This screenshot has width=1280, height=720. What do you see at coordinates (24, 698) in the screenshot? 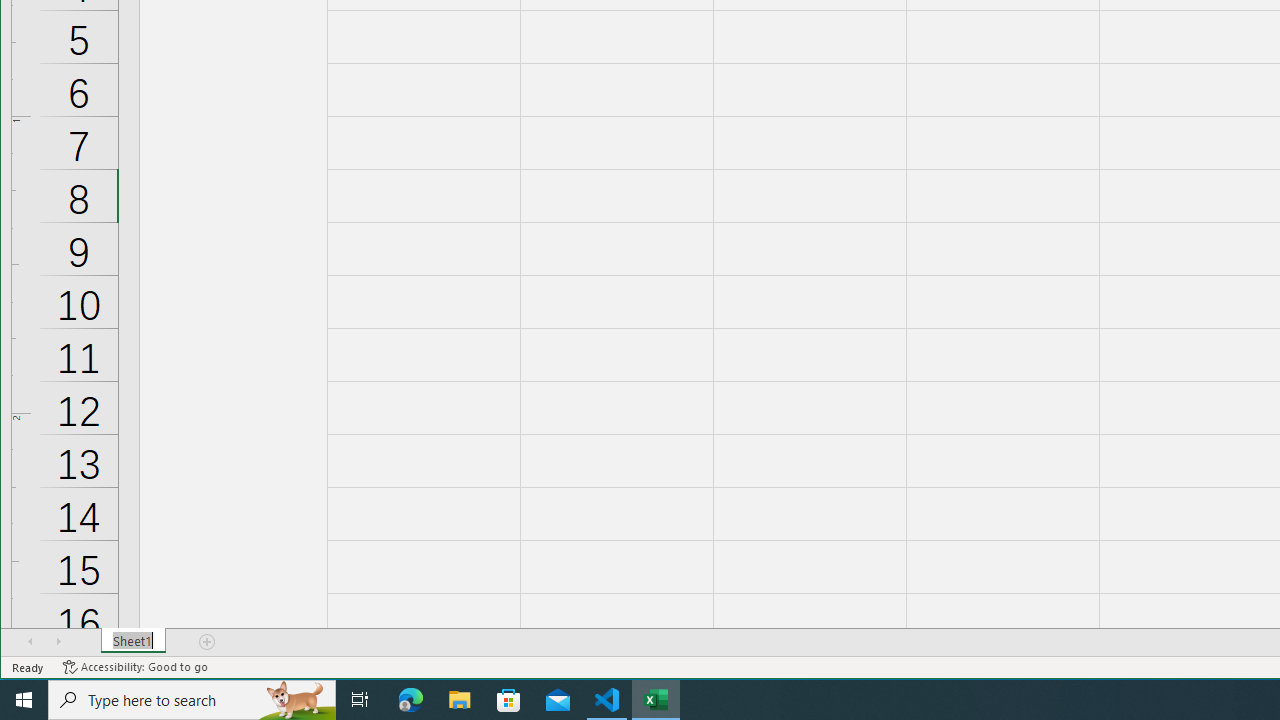
I see `'Start'` at bounding box center [24, 698].